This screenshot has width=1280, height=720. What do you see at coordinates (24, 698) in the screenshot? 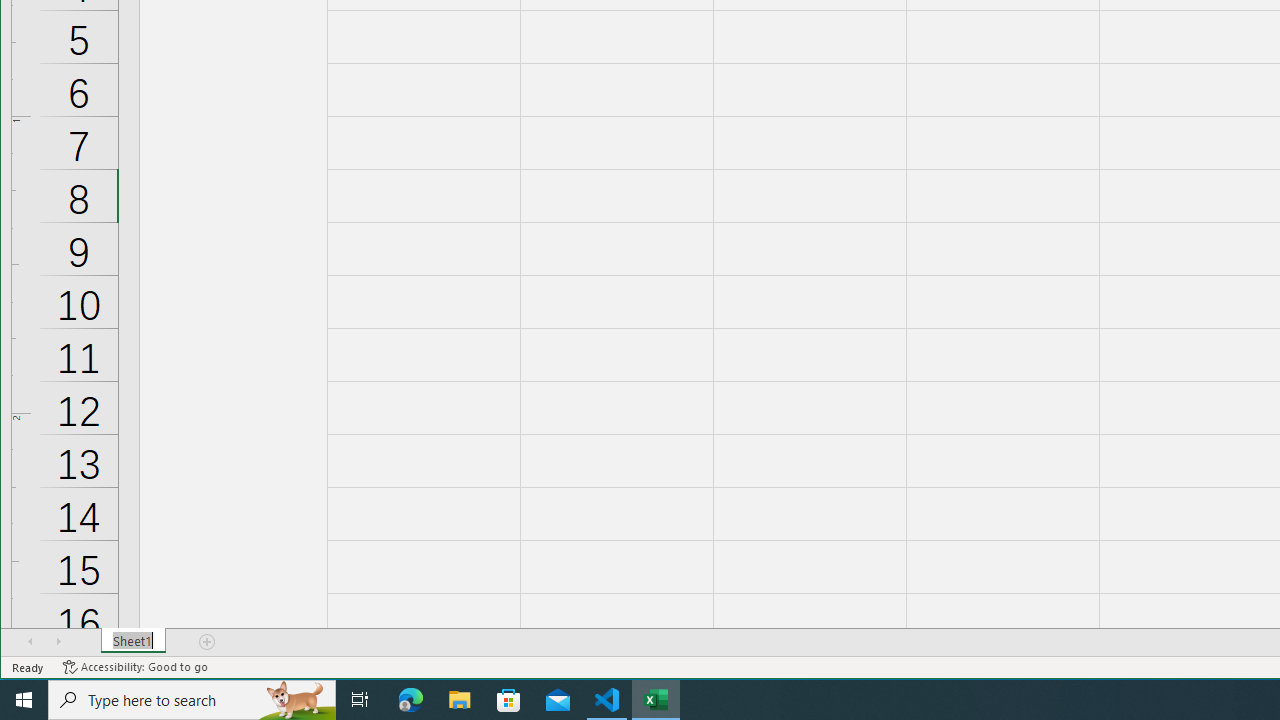
I see `'Start'` at bounding box center [24, 698].